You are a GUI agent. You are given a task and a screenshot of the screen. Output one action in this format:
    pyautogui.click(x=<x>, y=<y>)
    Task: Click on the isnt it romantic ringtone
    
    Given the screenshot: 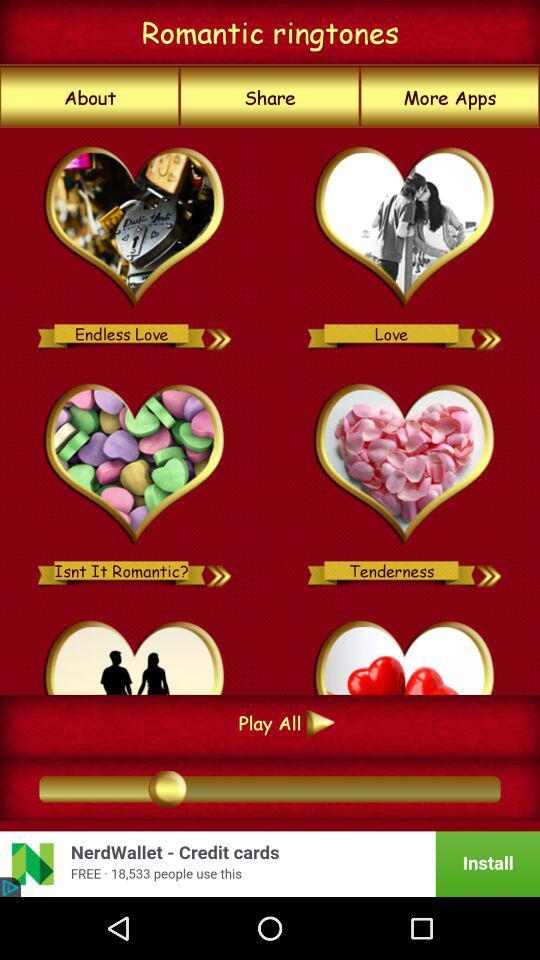 What is the action you would take?
    pyautogui.click(x=219, y=570)
    